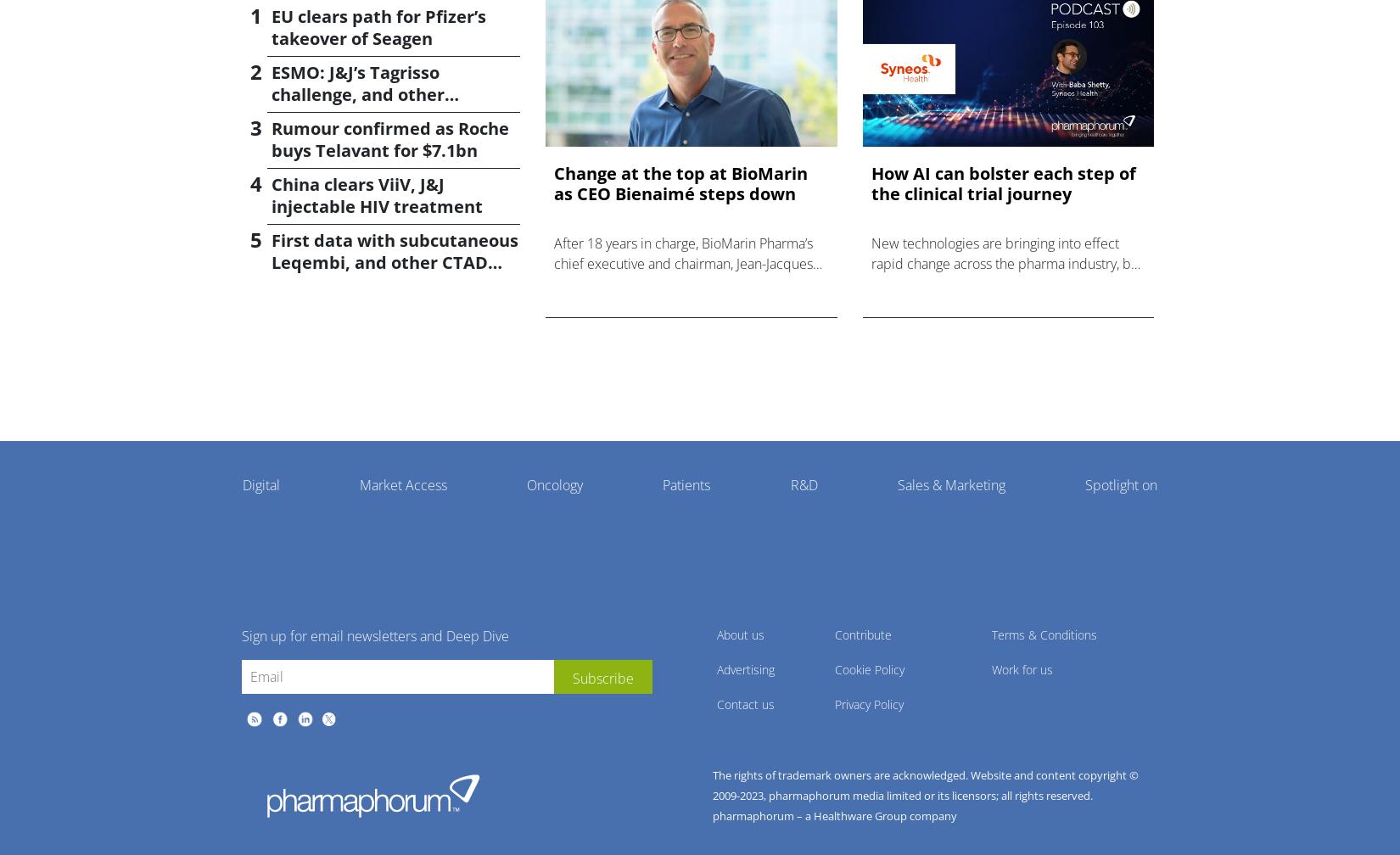 This screenshot has width=1400, height=855. I want to click on 'New technologies are bringing into effect rapid change across the pharma industry, but no other aspect of the business is seeing innovation at the scale and speed of the clinical trial spac', so click(1006, 282).